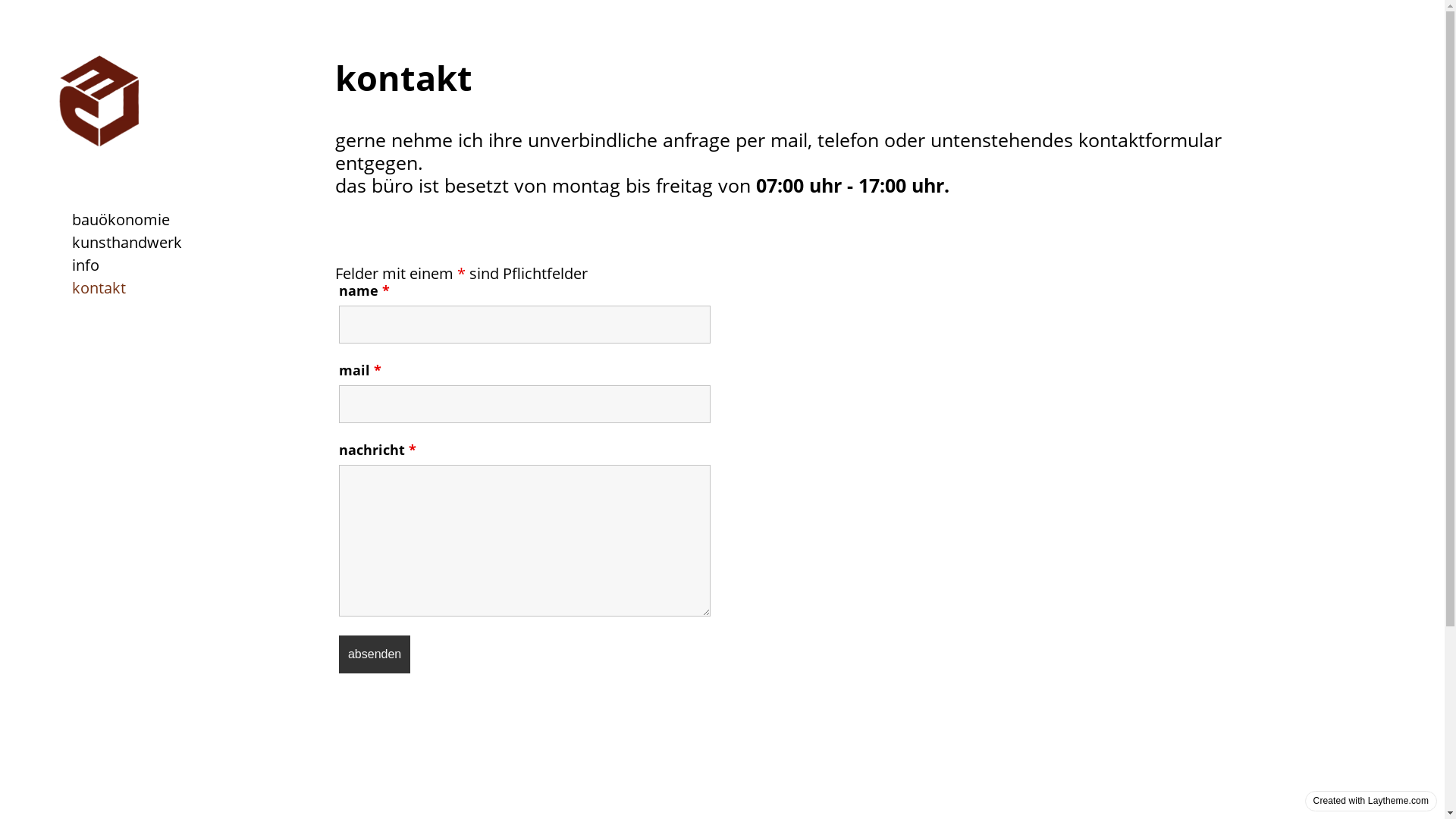 Image resolution: width=1456 pixels, height=819 pixels. What do you see at coordinates (85, 264) in the screenshot?
I see `'info'` at bounding box center [85, 264].